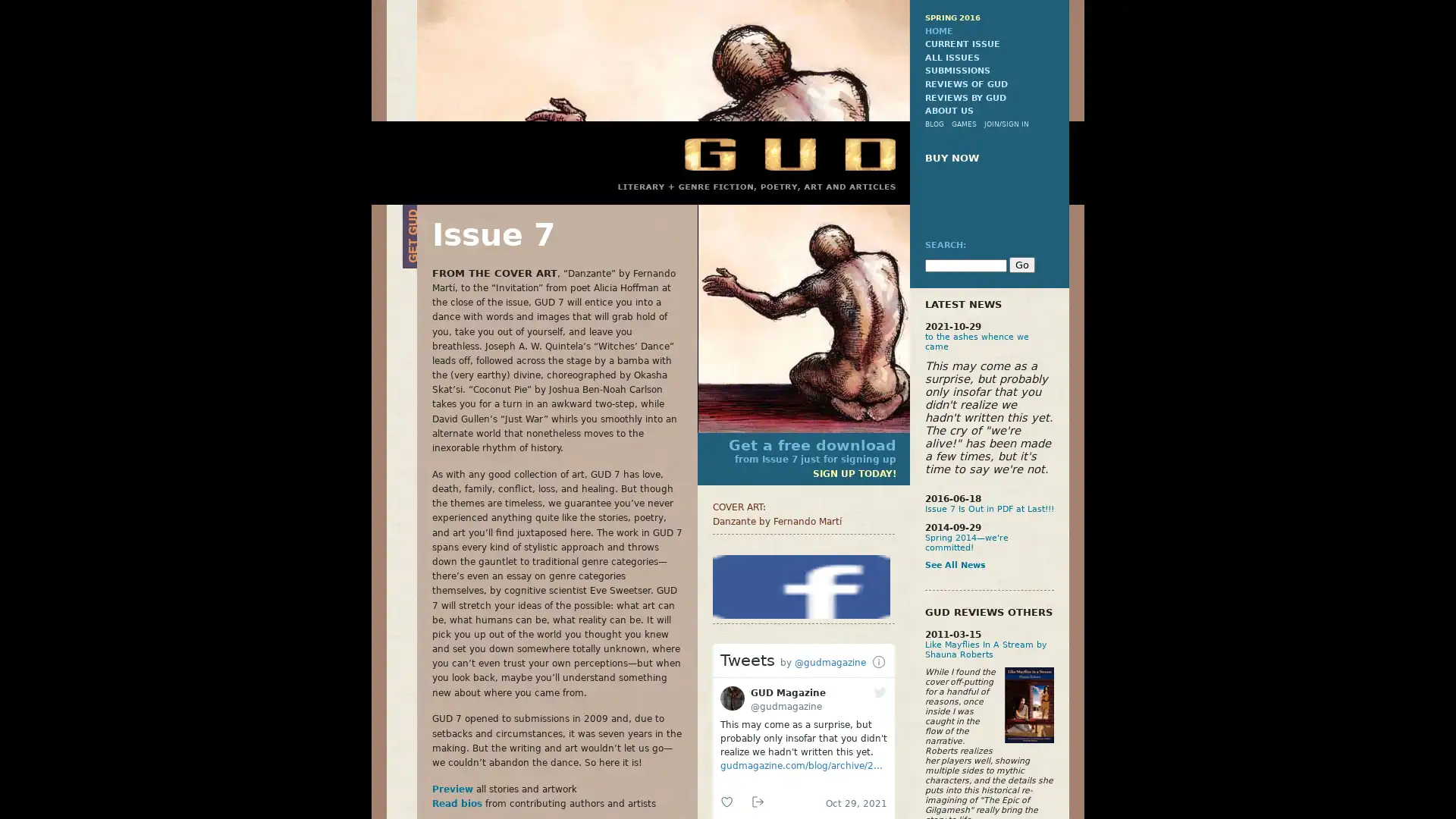  What do you see at coordinates (1022, 264) in the screenshot?
I see `Go` at bounding box center [1022, 264].